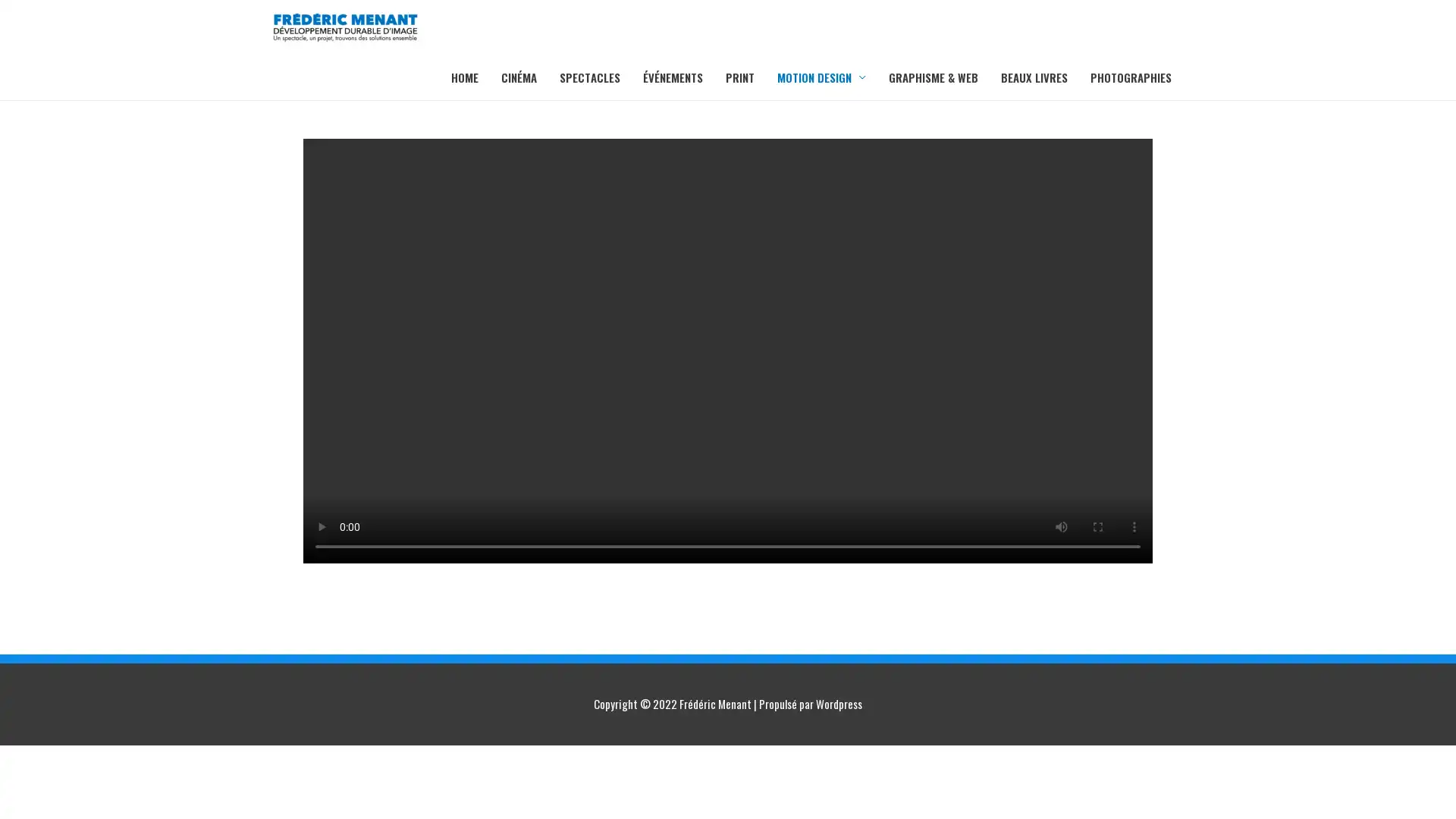 The width and height of the screenshot is (1456, 819). I want to click on enter full screen, so click(1098, 526).